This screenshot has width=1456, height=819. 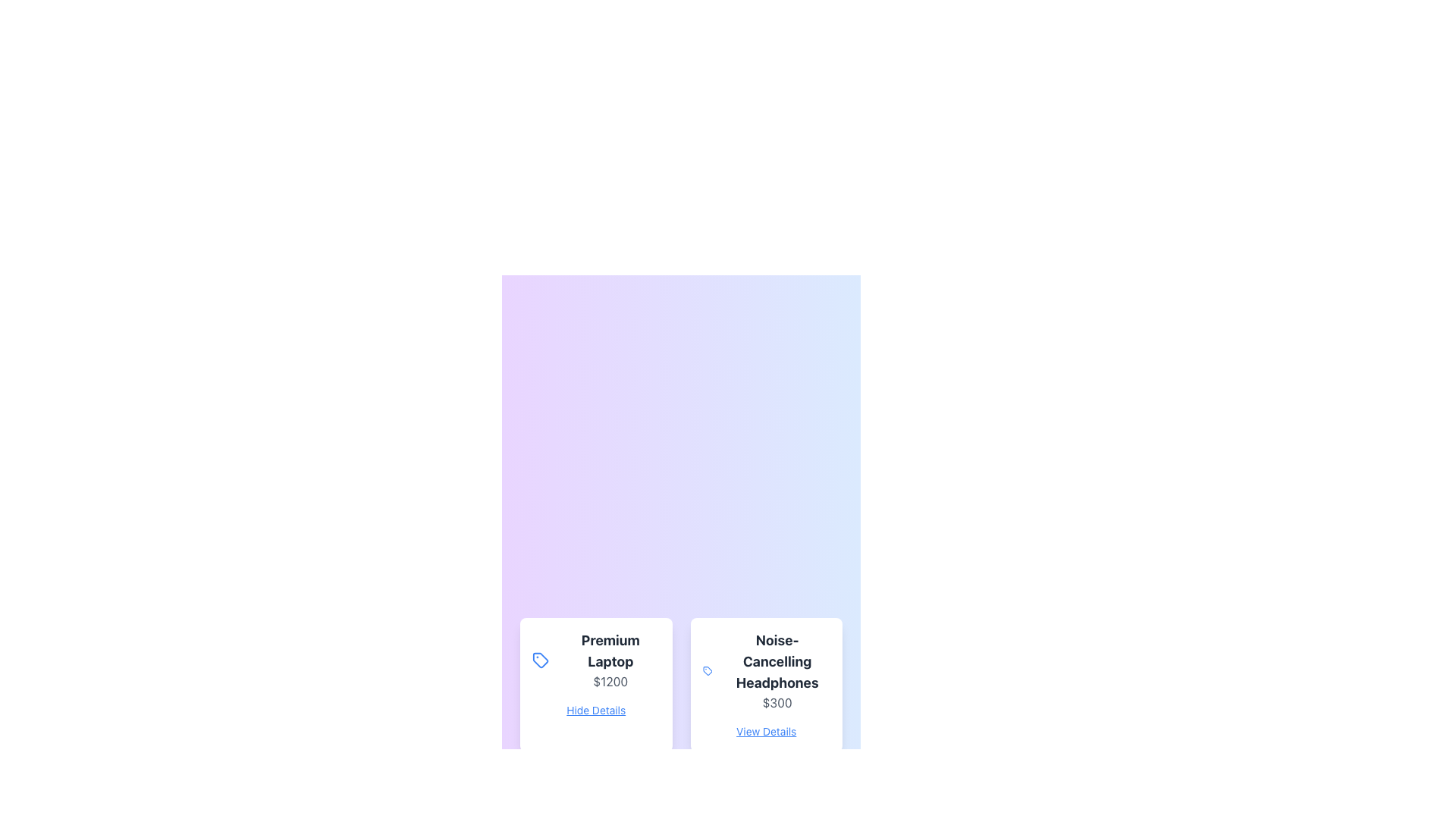 What do you see at coordinates (610, 659) in the screenshot?
I see `the text display element showing 'Premium Laptop' and its price '$1200', which is positioned centrally within the leftmost card of a horizontal series` at bounding box center [610, 659].